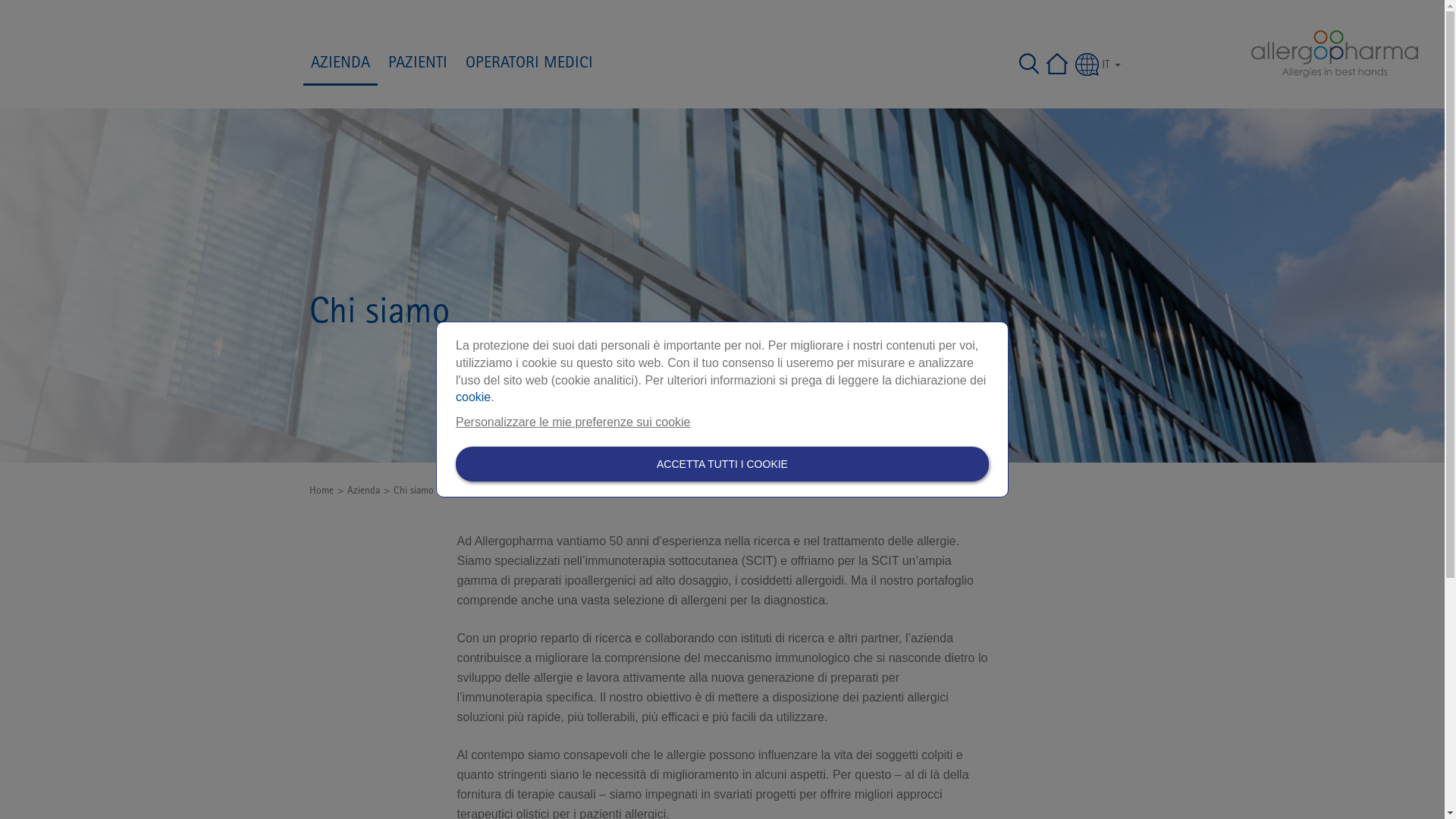  Describe the element at coordinates (529, 63) in the screenshot. I see `'OPERATORI MEDICI'` at that location.